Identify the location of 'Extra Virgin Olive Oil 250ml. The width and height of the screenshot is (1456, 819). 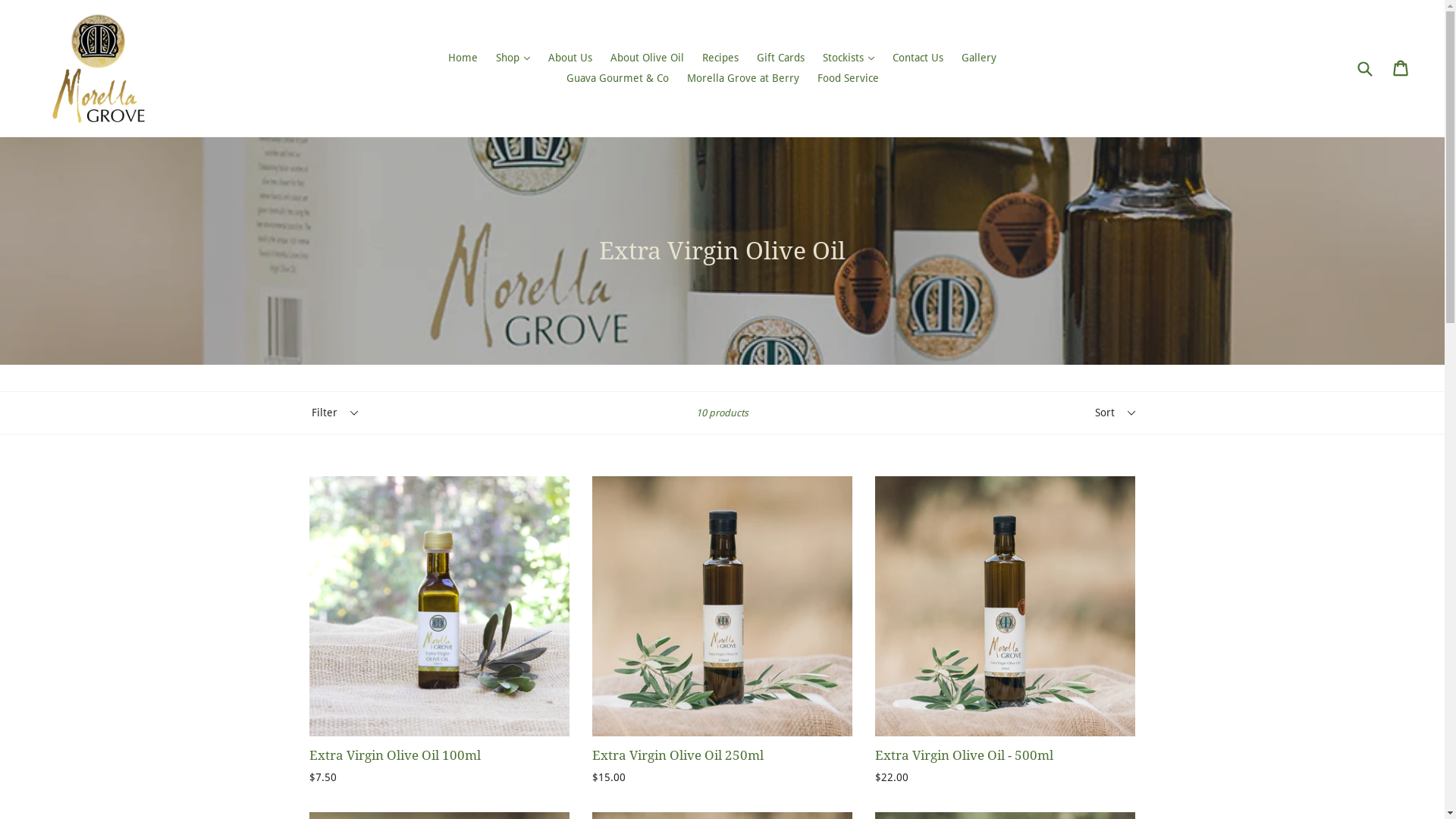
(721, 631).